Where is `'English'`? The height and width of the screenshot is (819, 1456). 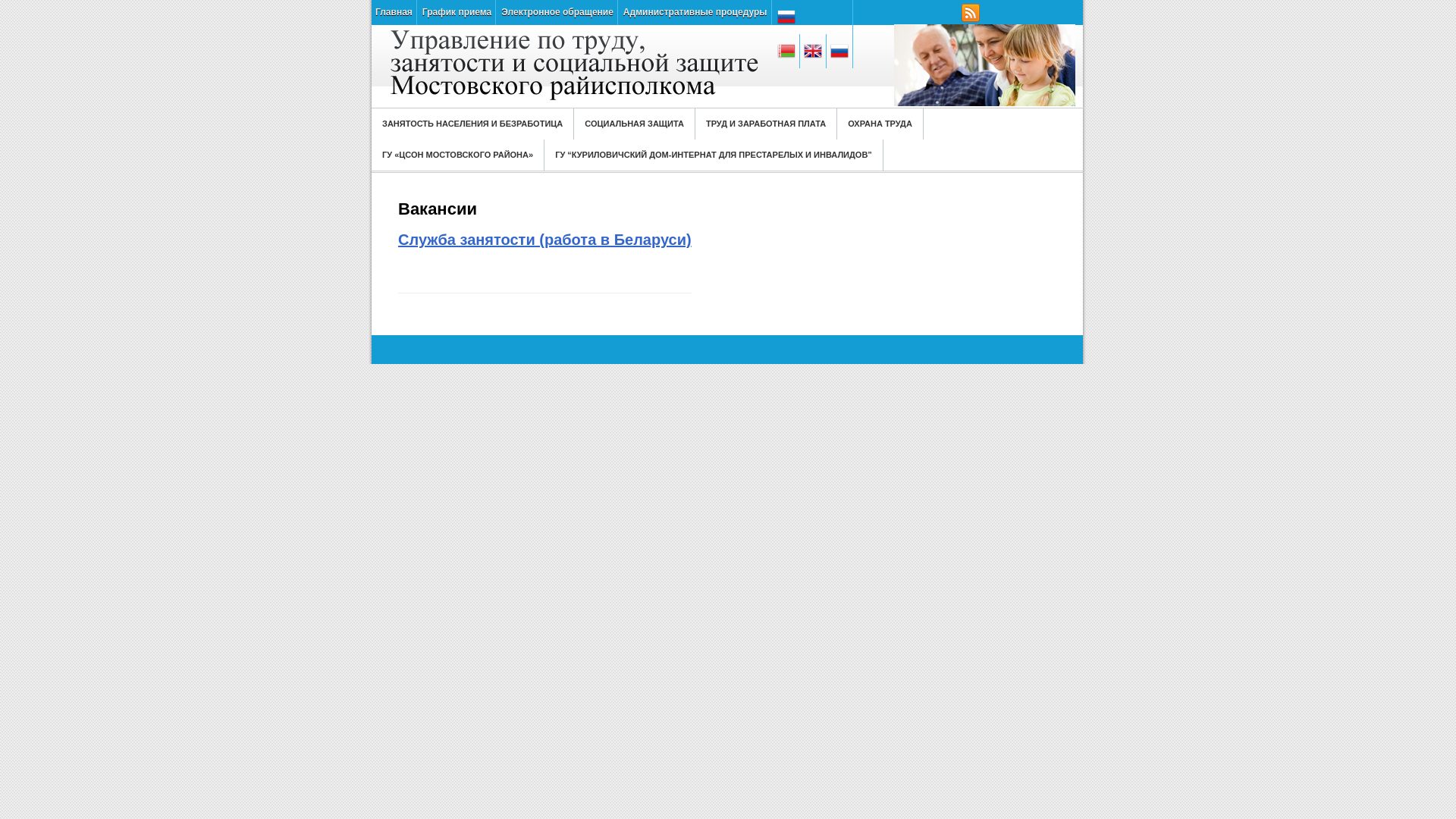 'English' is located at coordinates (799, 50).